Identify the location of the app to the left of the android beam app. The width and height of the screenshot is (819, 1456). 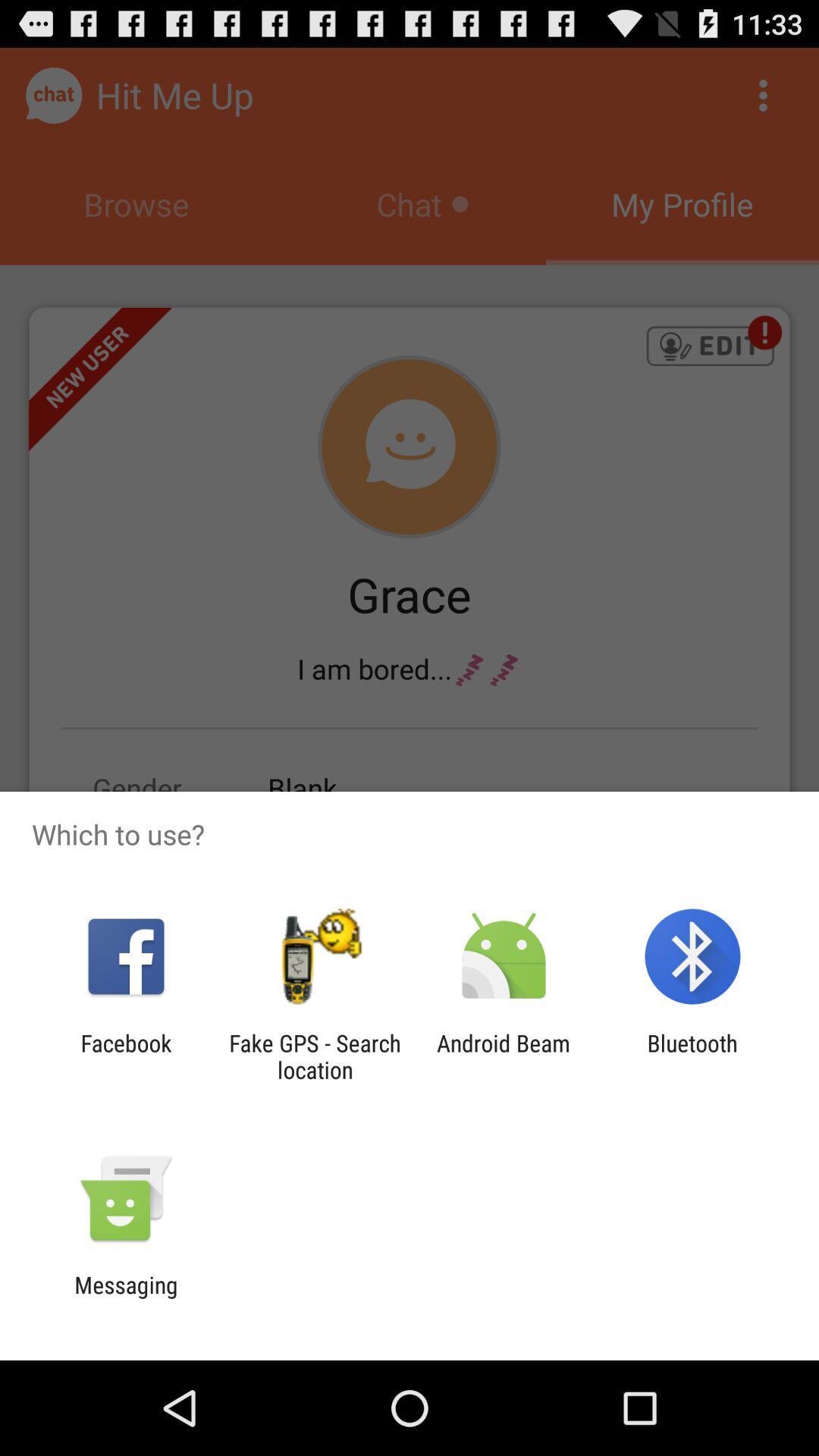
(314, 1056).